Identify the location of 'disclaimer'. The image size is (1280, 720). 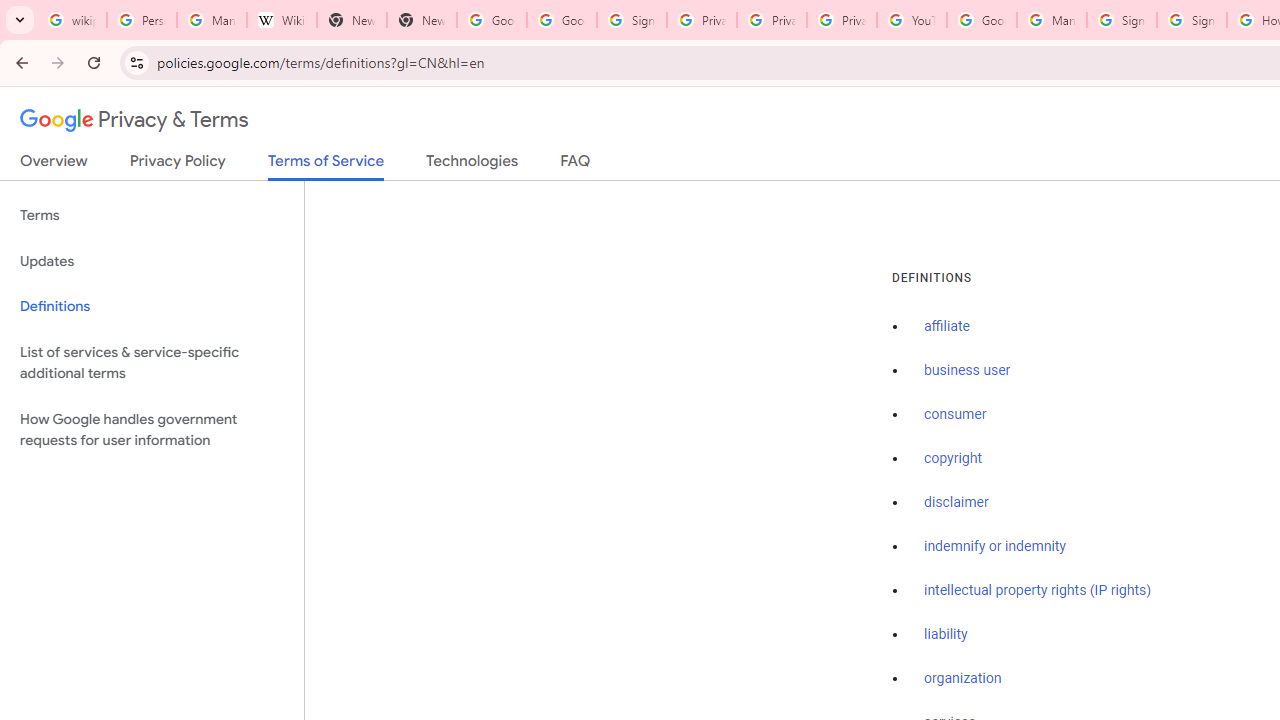
(955, 501).